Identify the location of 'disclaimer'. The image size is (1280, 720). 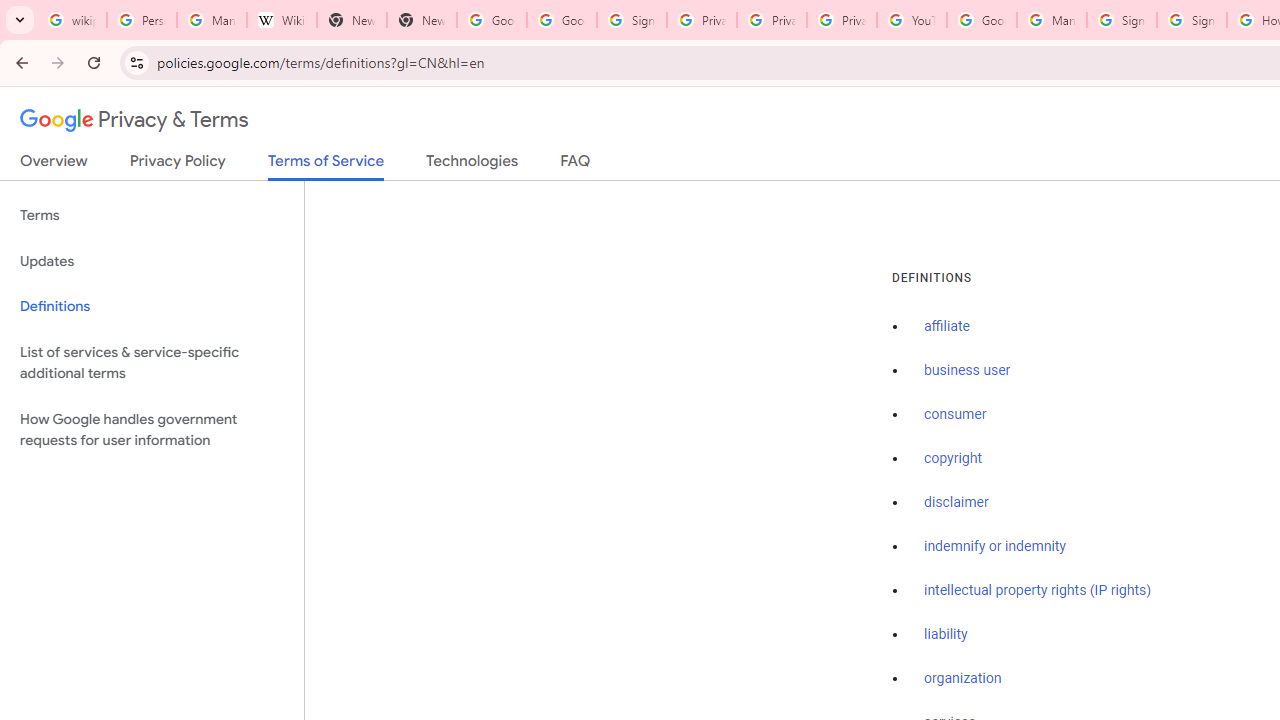
(955, 501).